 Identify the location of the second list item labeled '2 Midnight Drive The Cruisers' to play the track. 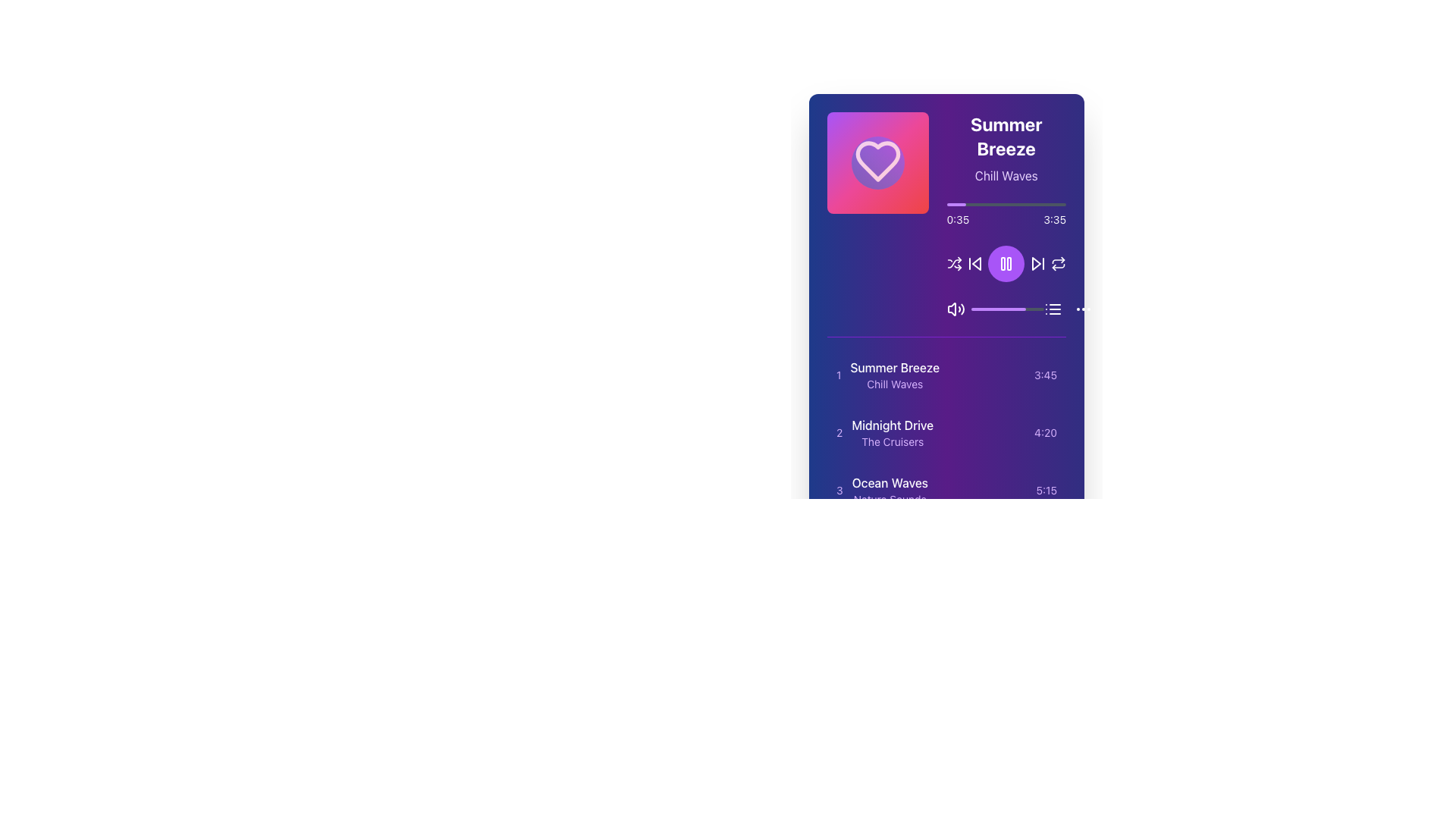
(946, 432).